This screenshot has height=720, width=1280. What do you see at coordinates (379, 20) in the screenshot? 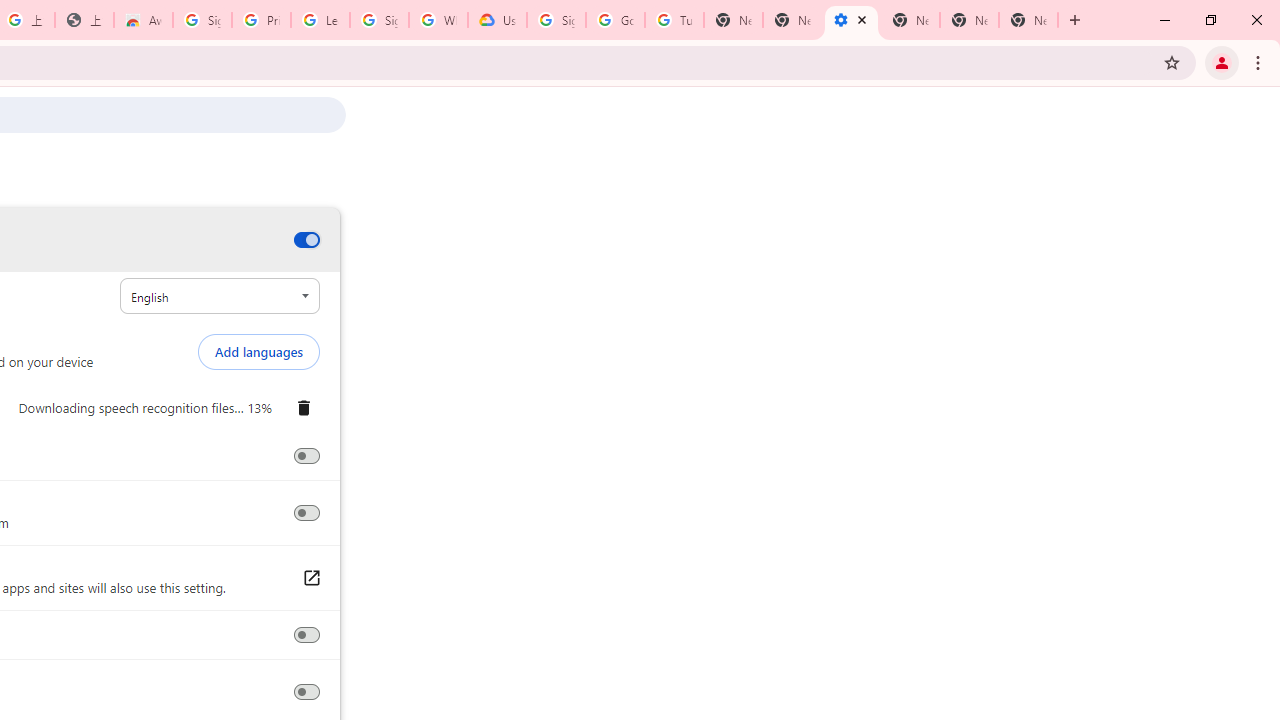
I see `'Sign in - Google Accounts'` at bounding box center [379, 20].